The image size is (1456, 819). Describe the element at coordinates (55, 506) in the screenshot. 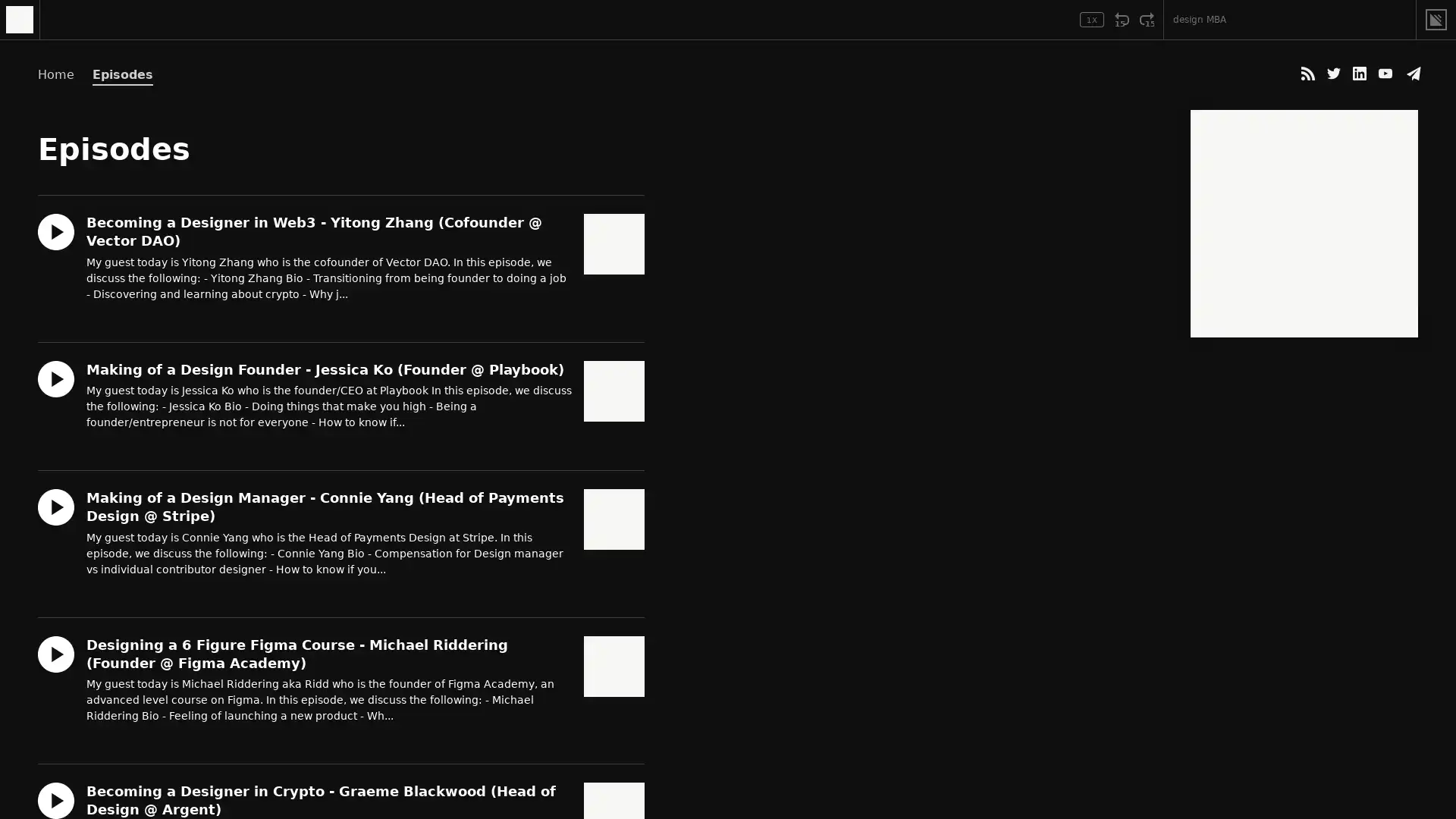

I see `Play` at that location.